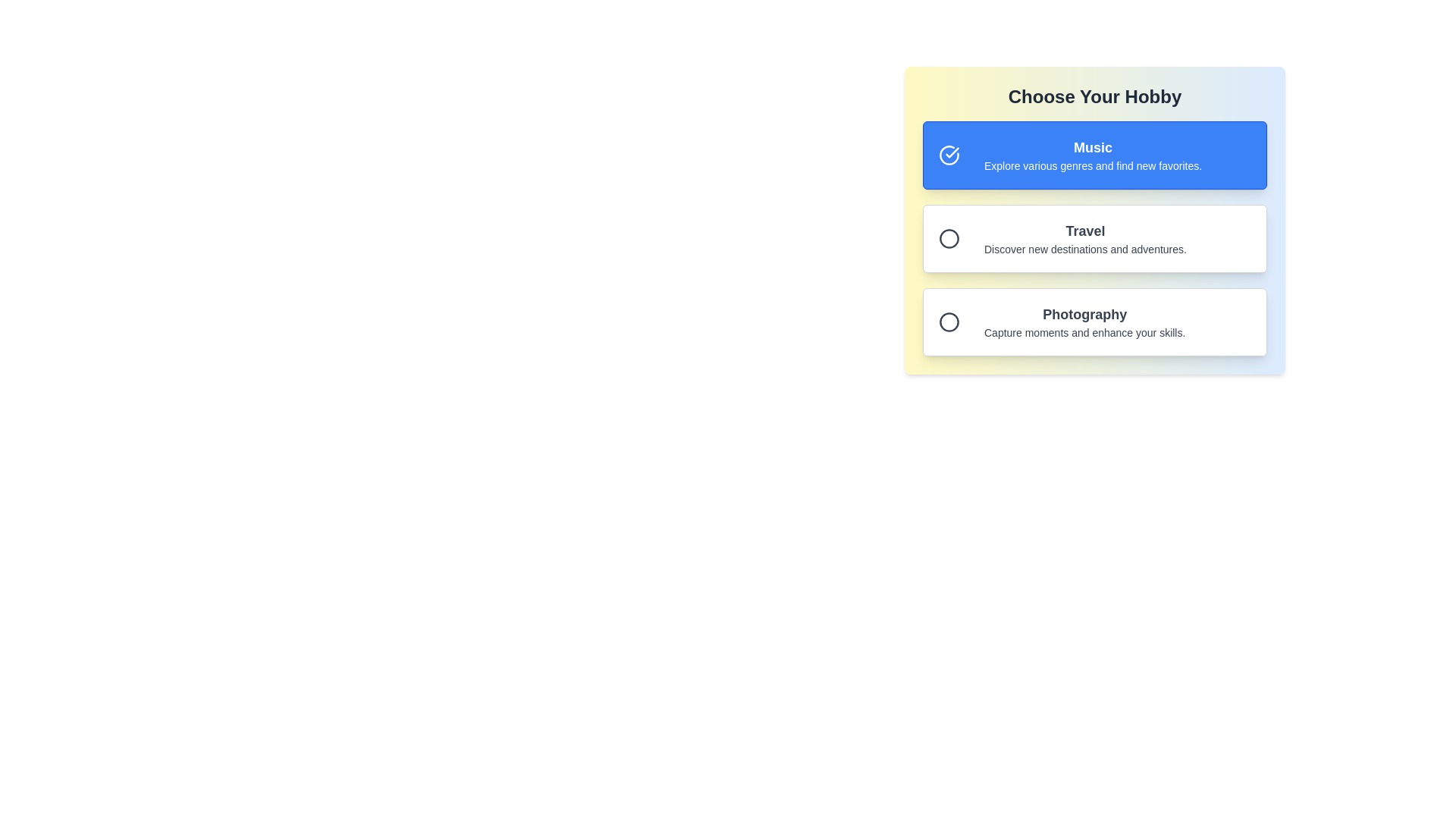  I want to click on the radio button indicator for the 'Photography' option, so click(949, 321).